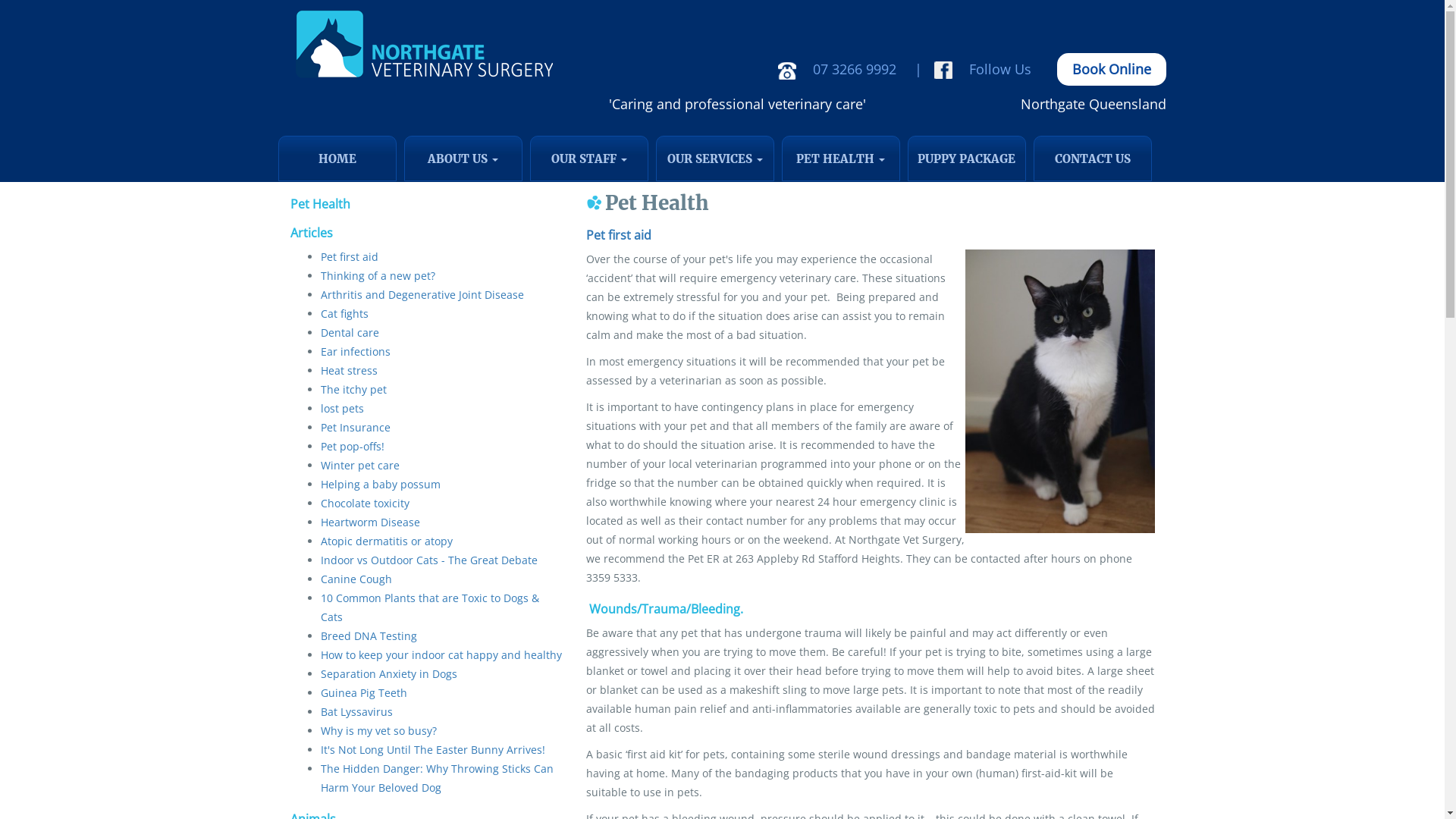  What do you see at coordinates (422, 44) in the screenshot?
I see `'Northgate Veterinary Surgery Logo'` at bounding box center [422, 44].